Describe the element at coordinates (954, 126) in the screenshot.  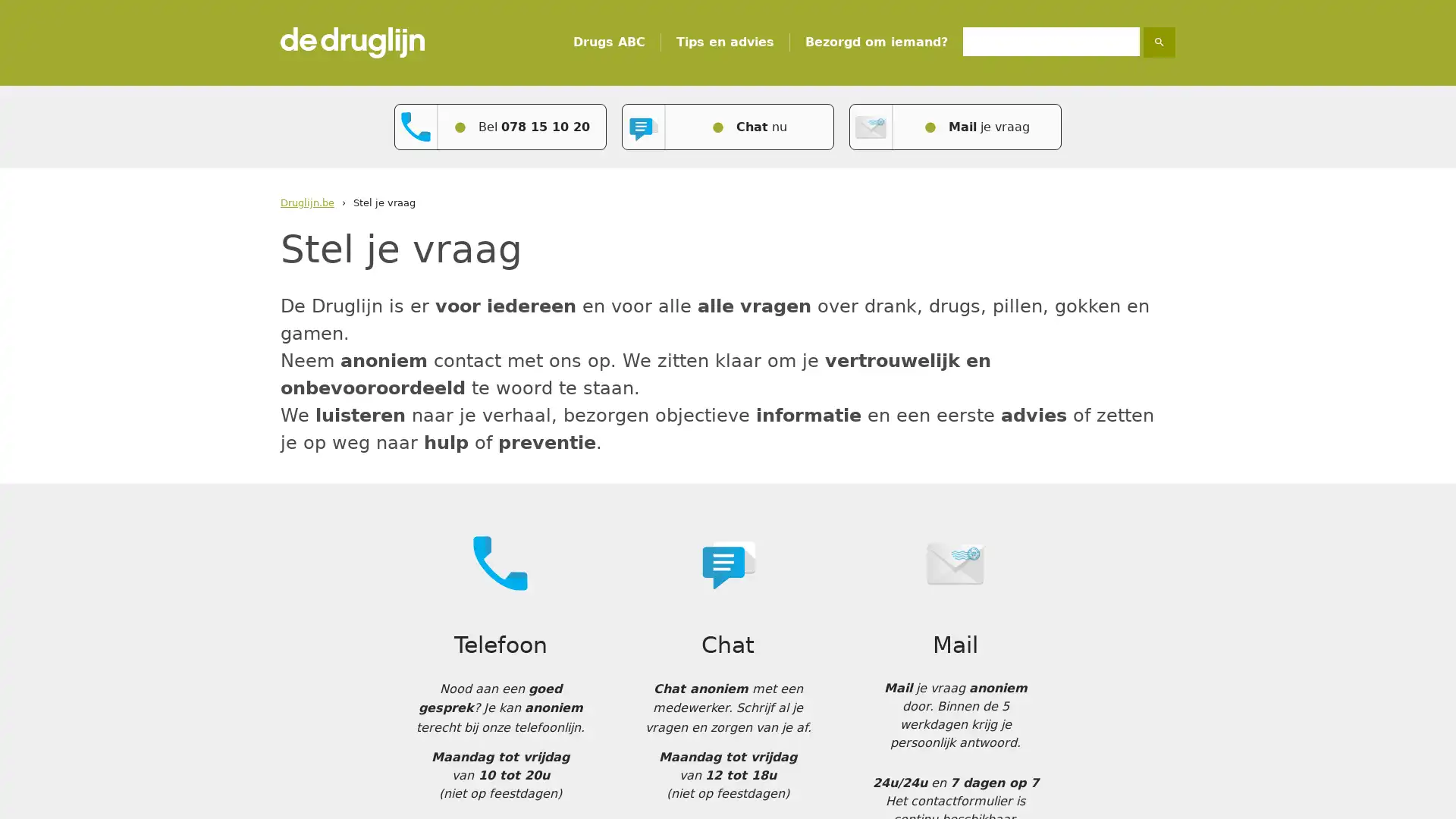
I see `Mail je vraag` at that location.